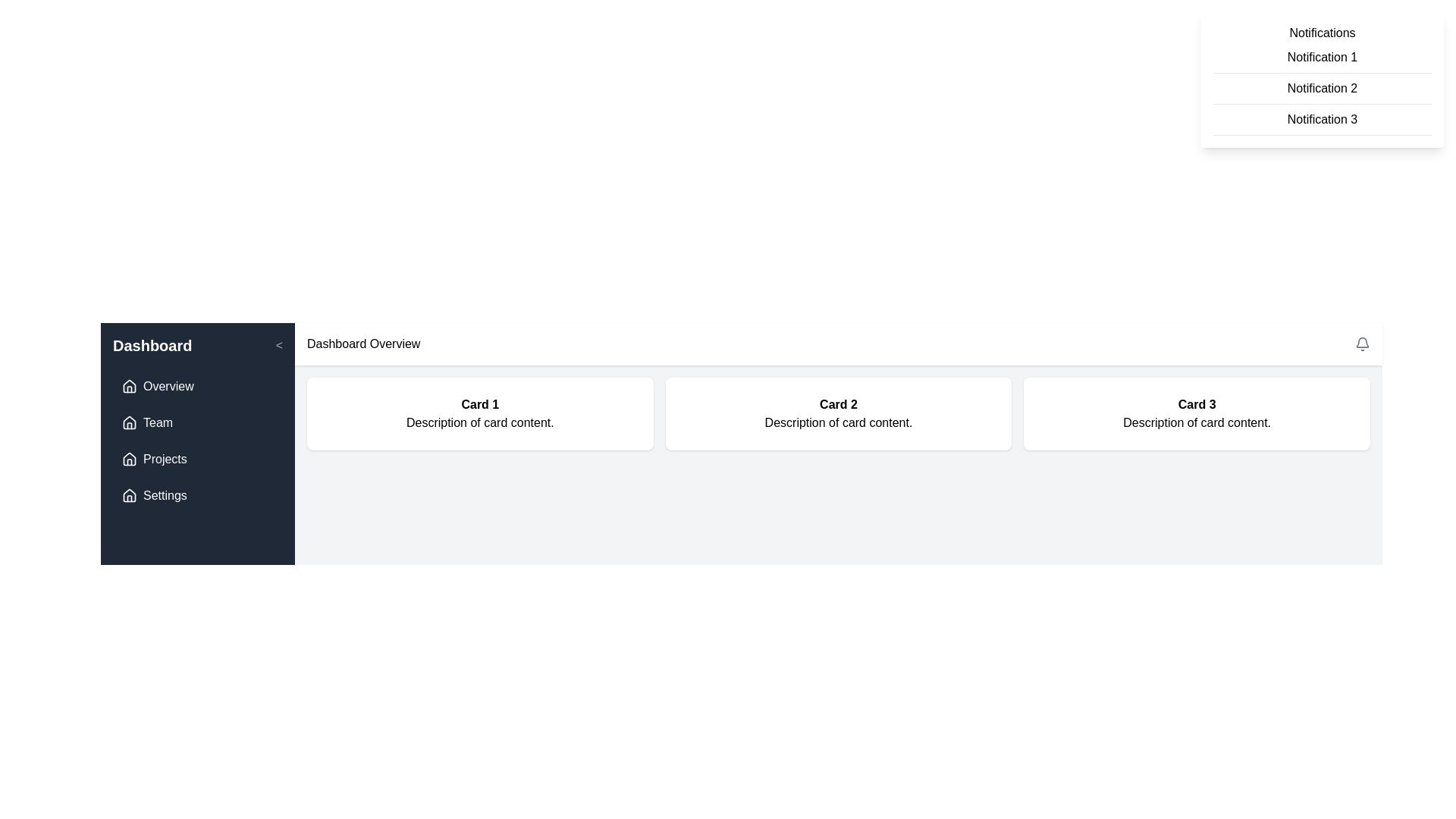 This screenshot has height=819, width=1456. What do you see at coordinates (1196, 403) in the screenshot?
I see `text displayed on the Text label that shows 'Card 3', which is styled in bold and positioned at the top of the rightmost card among three horizontally-aligned cards` at bounding box center [1196, 403].